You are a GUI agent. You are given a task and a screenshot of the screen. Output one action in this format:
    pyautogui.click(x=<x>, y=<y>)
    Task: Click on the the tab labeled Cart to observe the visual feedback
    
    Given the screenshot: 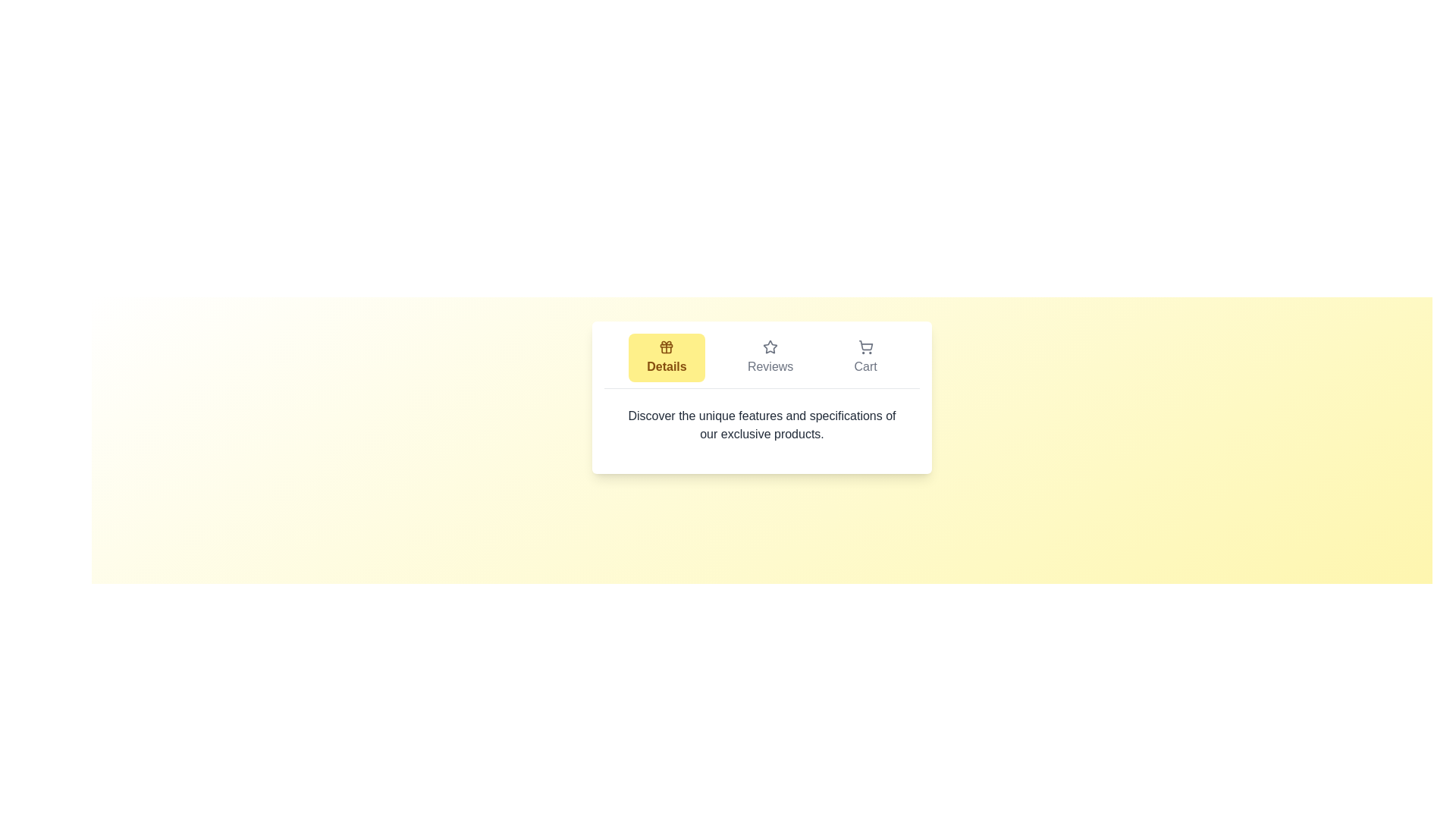 What is the action you would take?
    pyautogui.click(x=866, y=357)
    